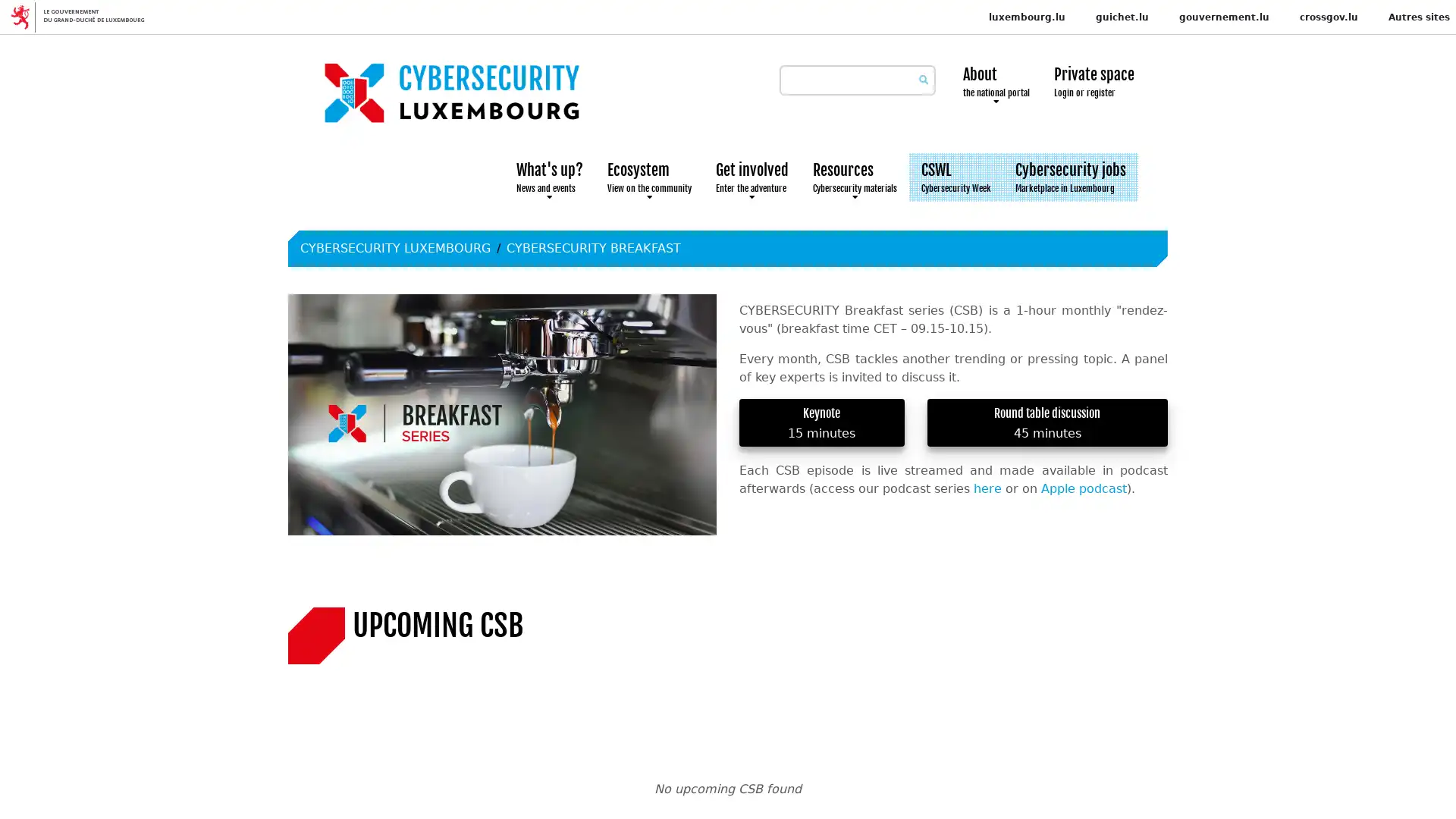 This screenshot has width=1456, height=819. I want to click on CSWL Cybersecurity Week, so click(955, 177).